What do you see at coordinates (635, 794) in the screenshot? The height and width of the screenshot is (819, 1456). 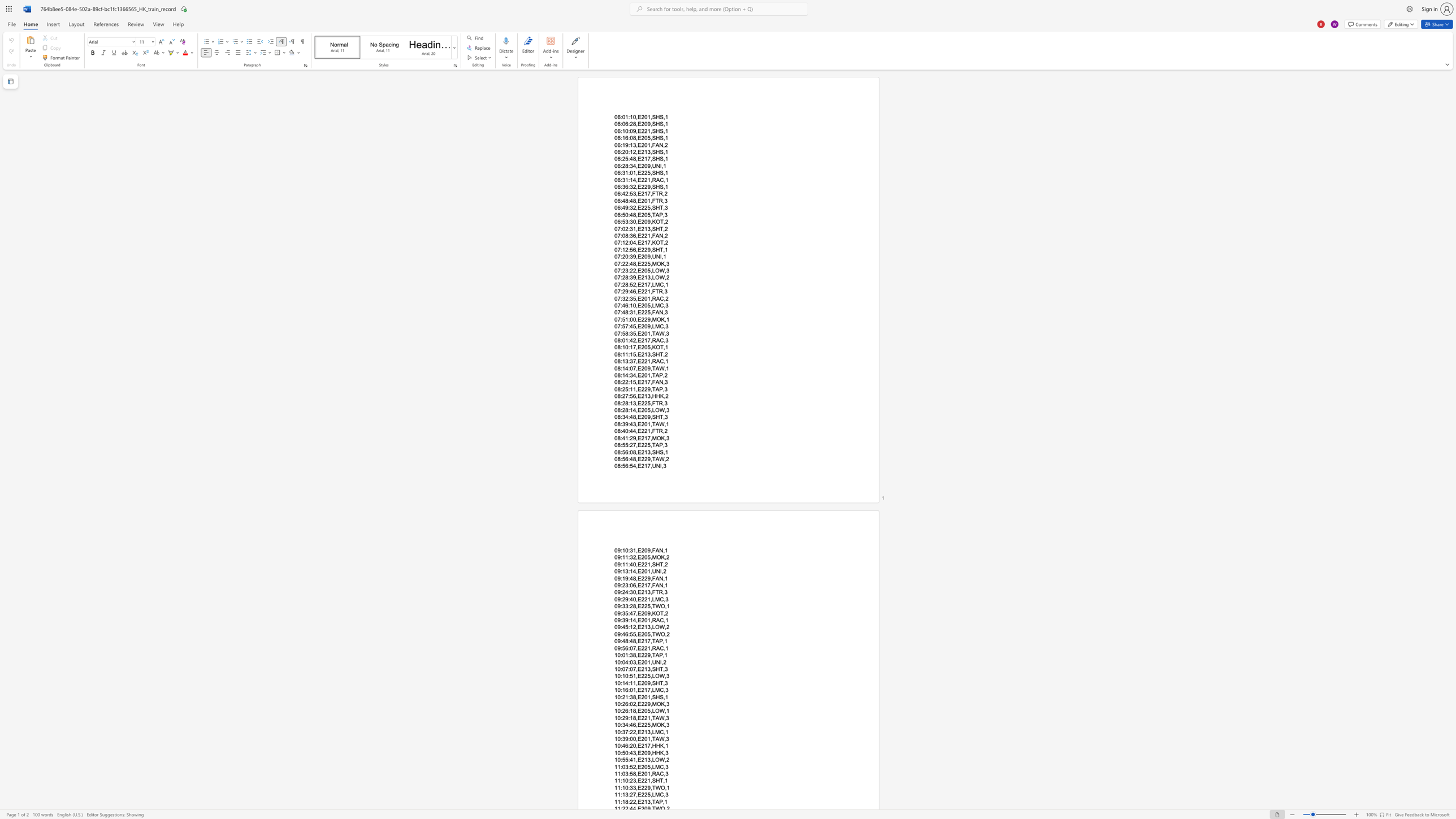 I see `the space between the continuous character "7" and "," in the text` at bounding box center [635, 794].